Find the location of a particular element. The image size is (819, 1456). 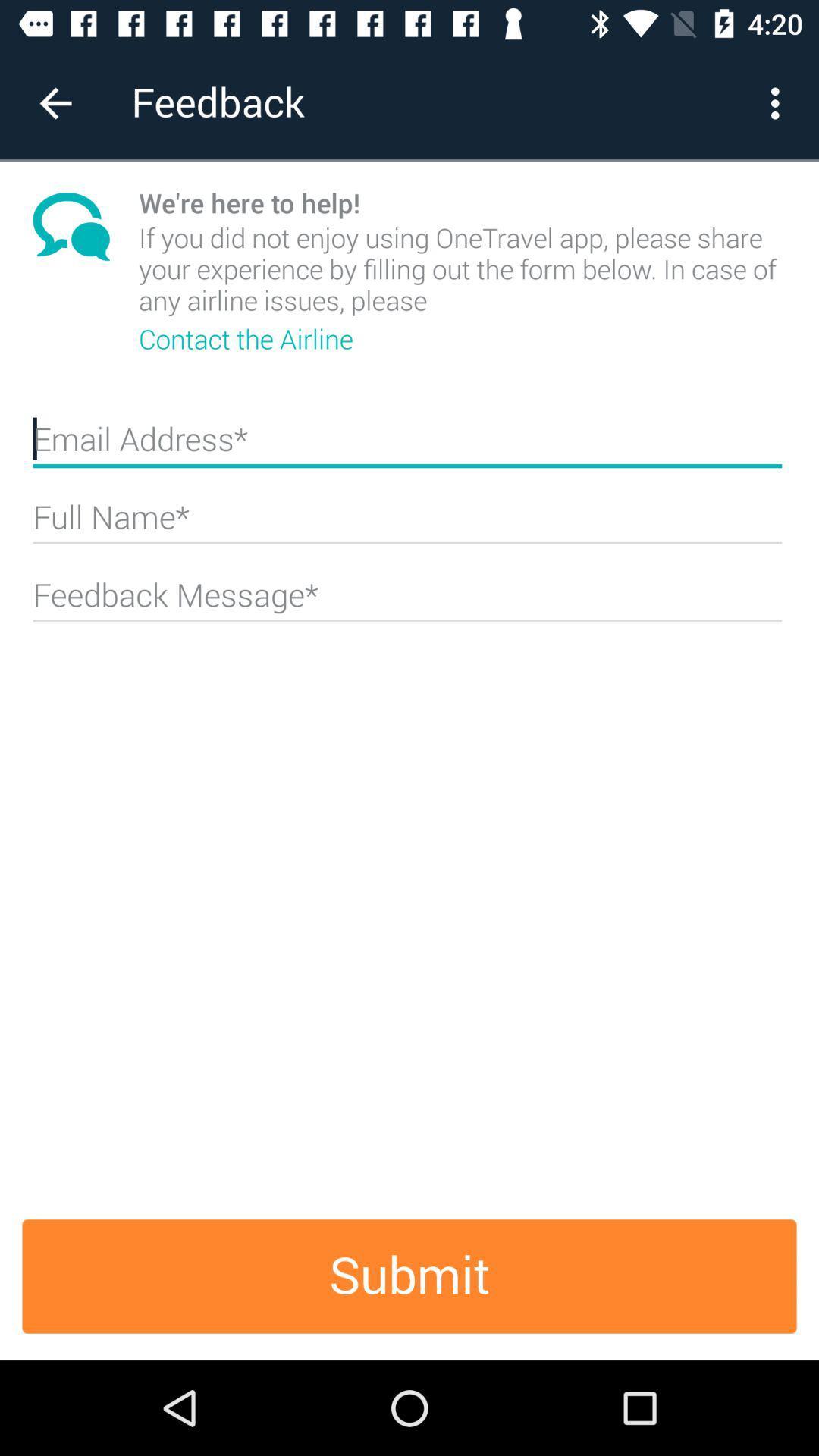

feedback message is located at coordinates (406, 601).